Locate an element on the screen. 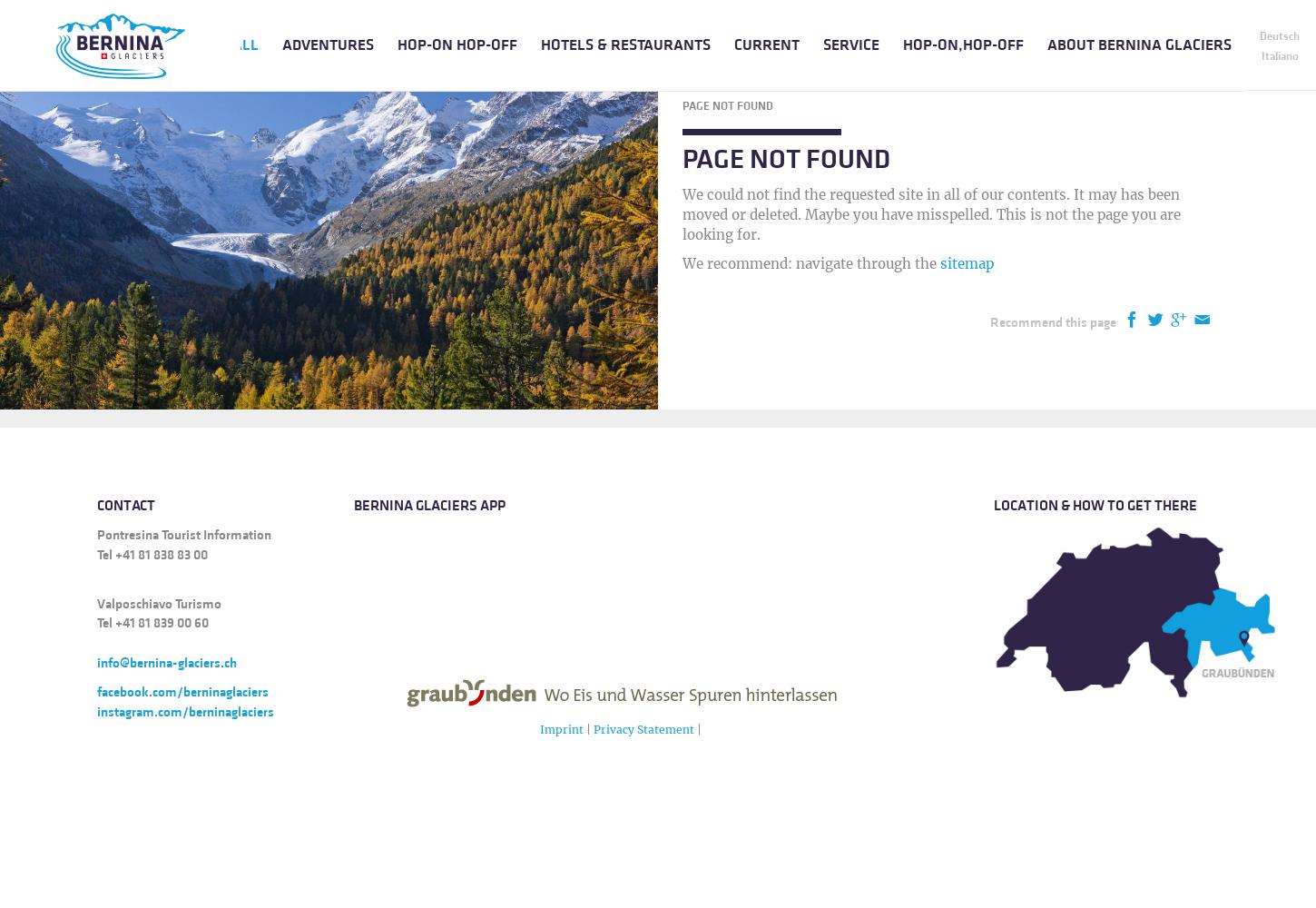 The image size is (1316, 908). 'Pontresina Tourist Information' is located at coordinates (183, 533).